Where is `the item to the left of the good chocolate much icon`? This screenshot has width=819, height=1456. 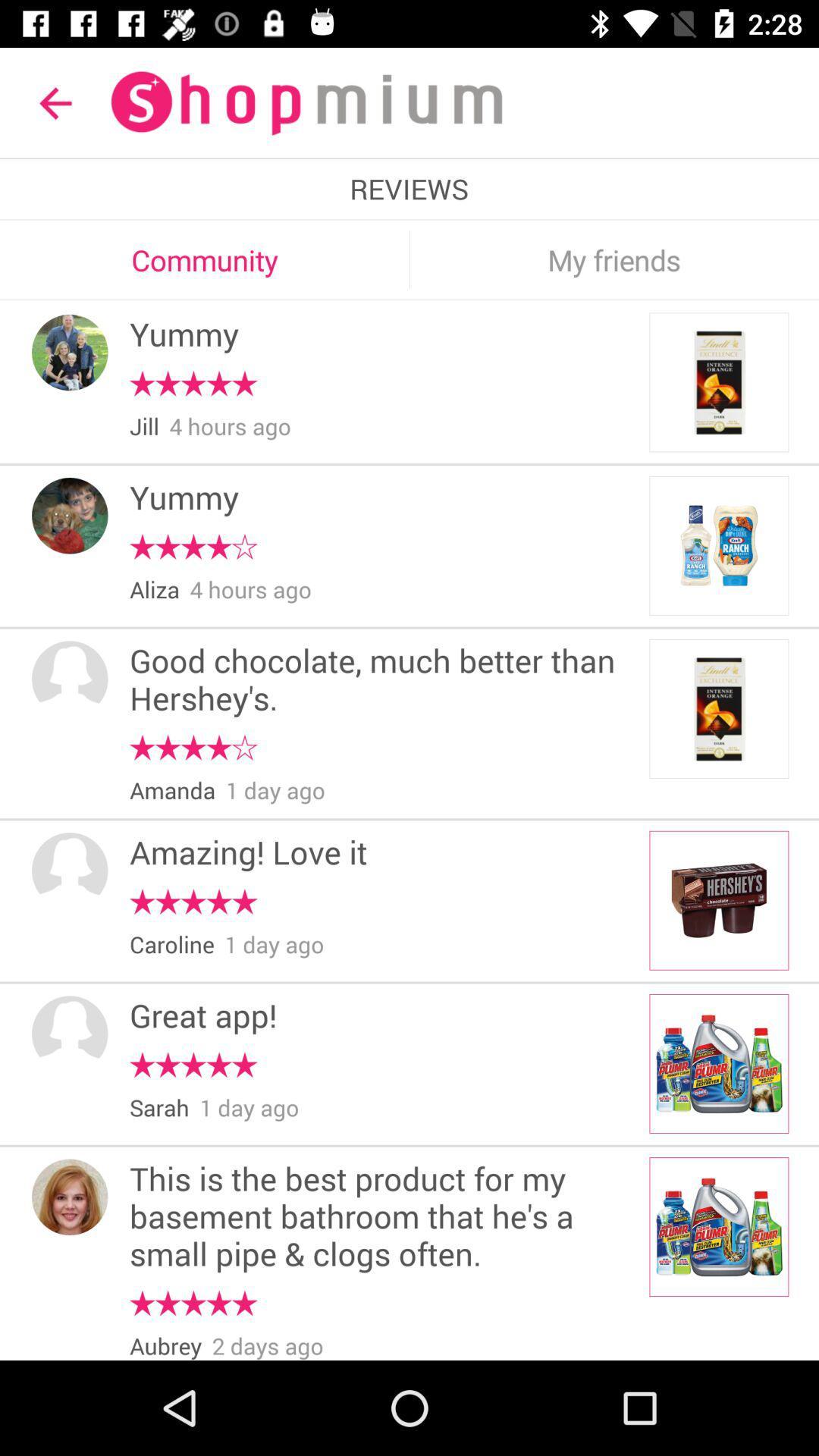
the item to the left of the good chocolate much icon is located at coordinates (70, 678).